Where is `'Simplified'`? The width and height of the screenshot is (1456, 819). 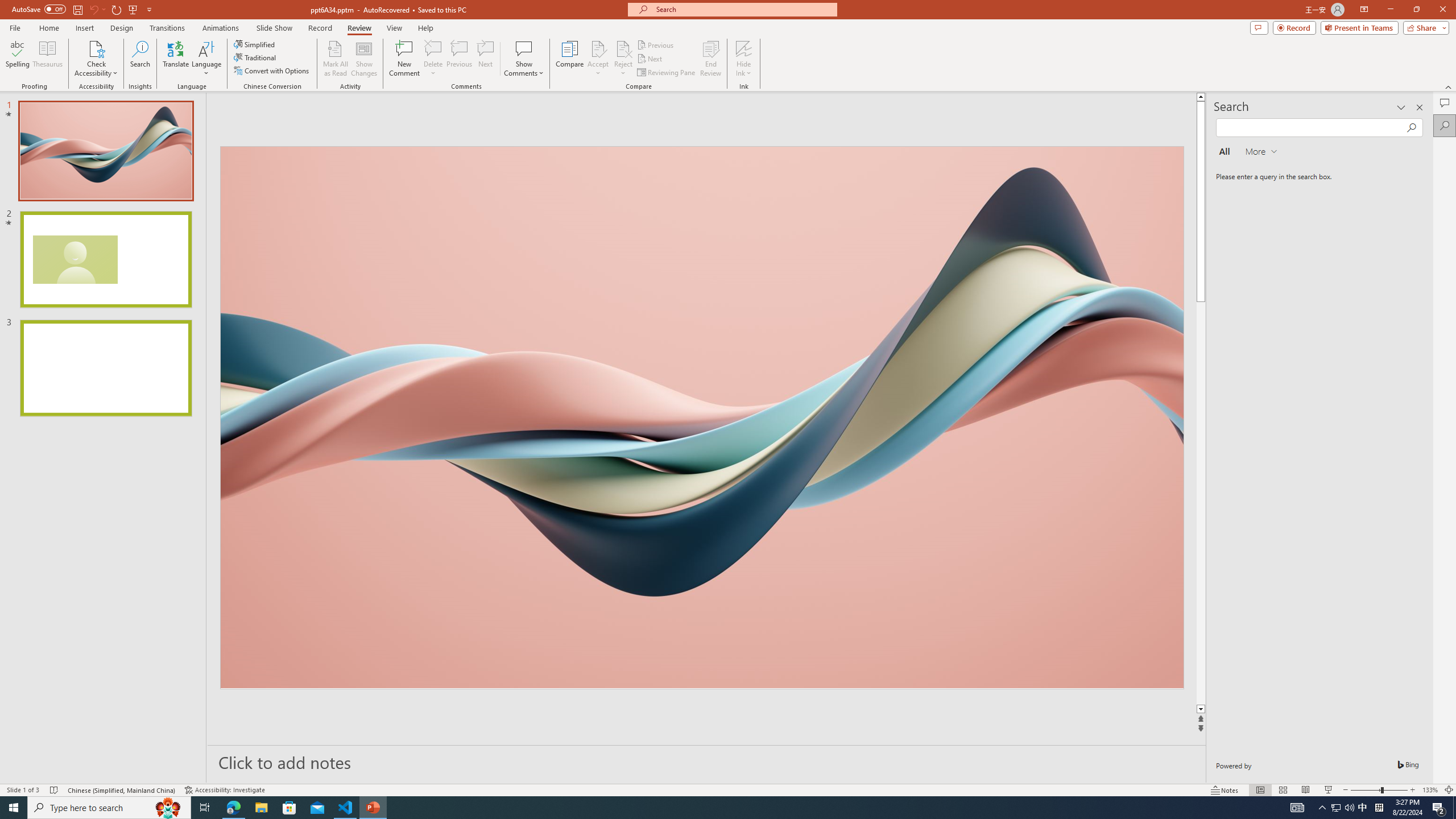
'Simplified' is located at coordinates (255, 44).